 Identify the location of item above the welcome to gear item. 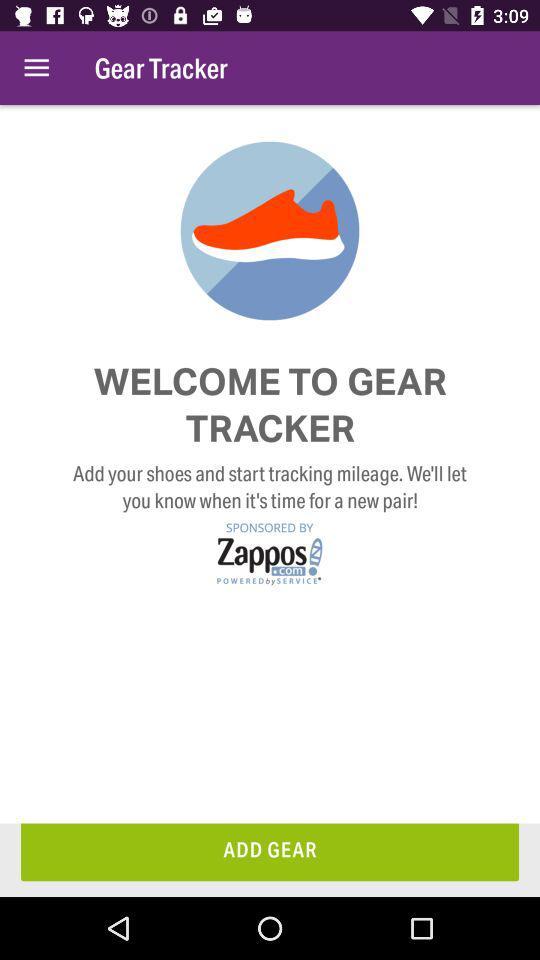
(36, 68).